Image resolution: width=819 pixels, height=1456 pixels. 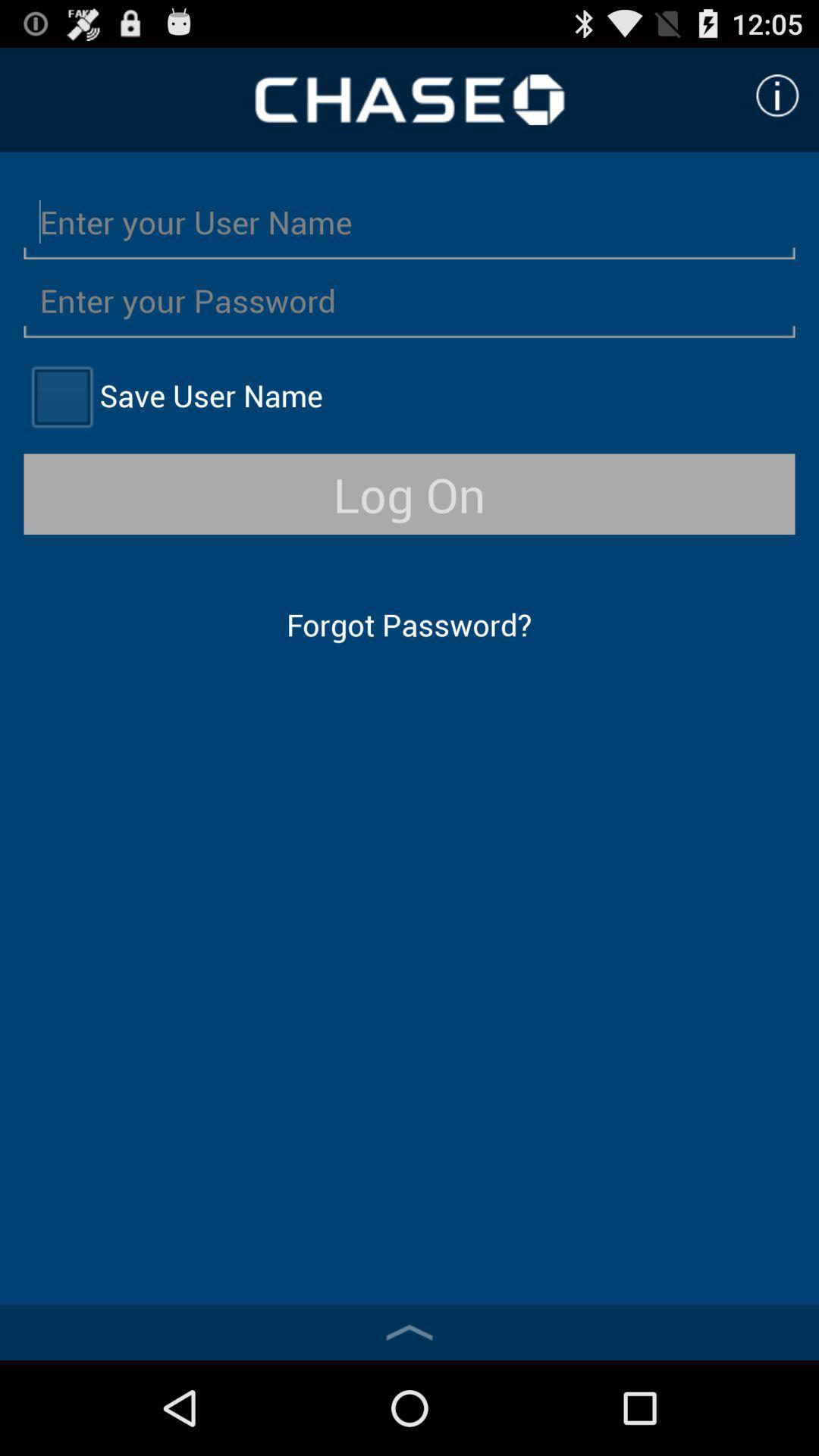 What do you see at coordinates (409, 1332) in the screenshot?
I see `swipe up` at bounding box center [409, 1332].